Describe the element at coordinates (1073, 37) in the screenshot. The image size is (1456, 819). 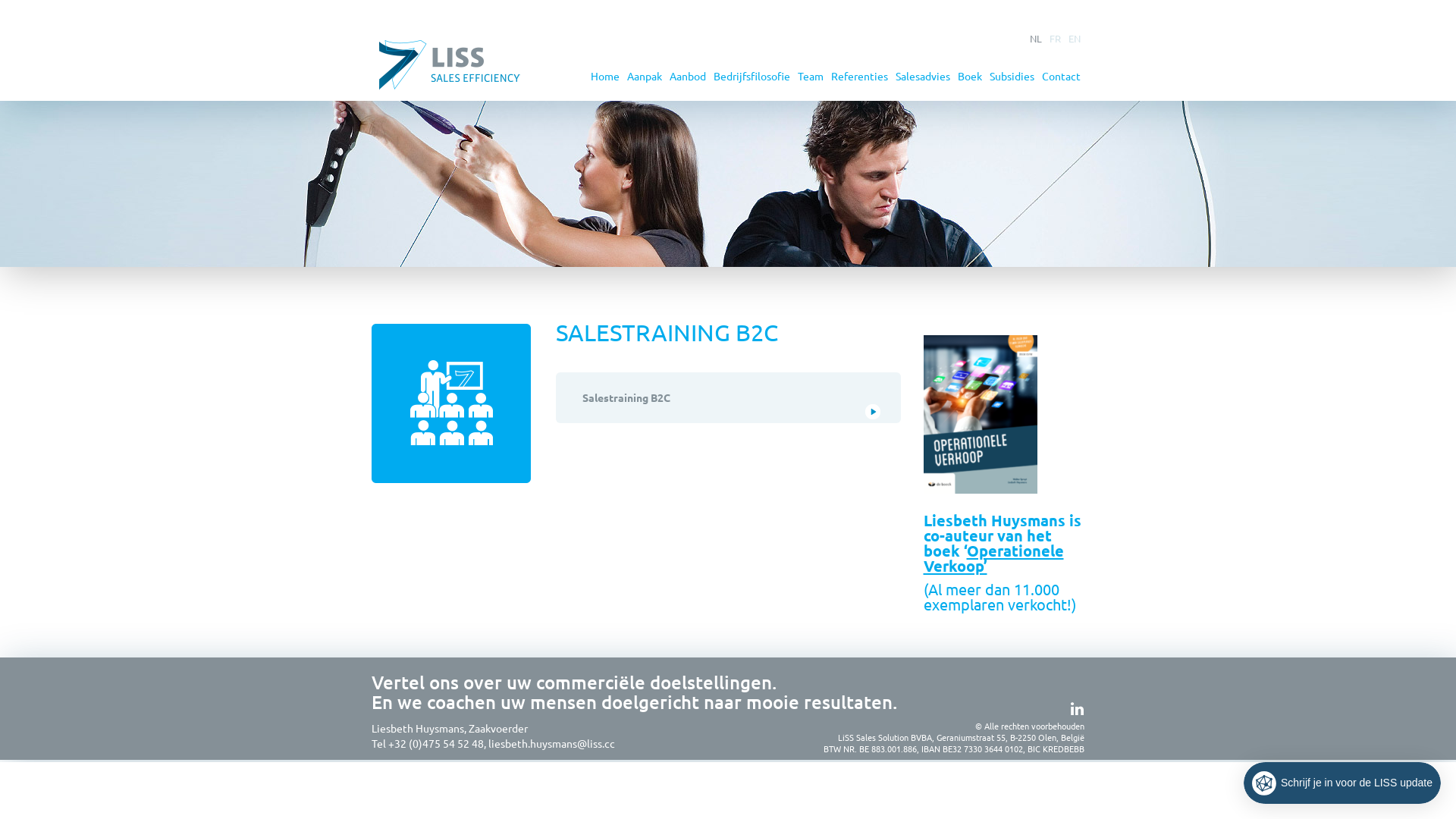
I see `'EN'` at that location.